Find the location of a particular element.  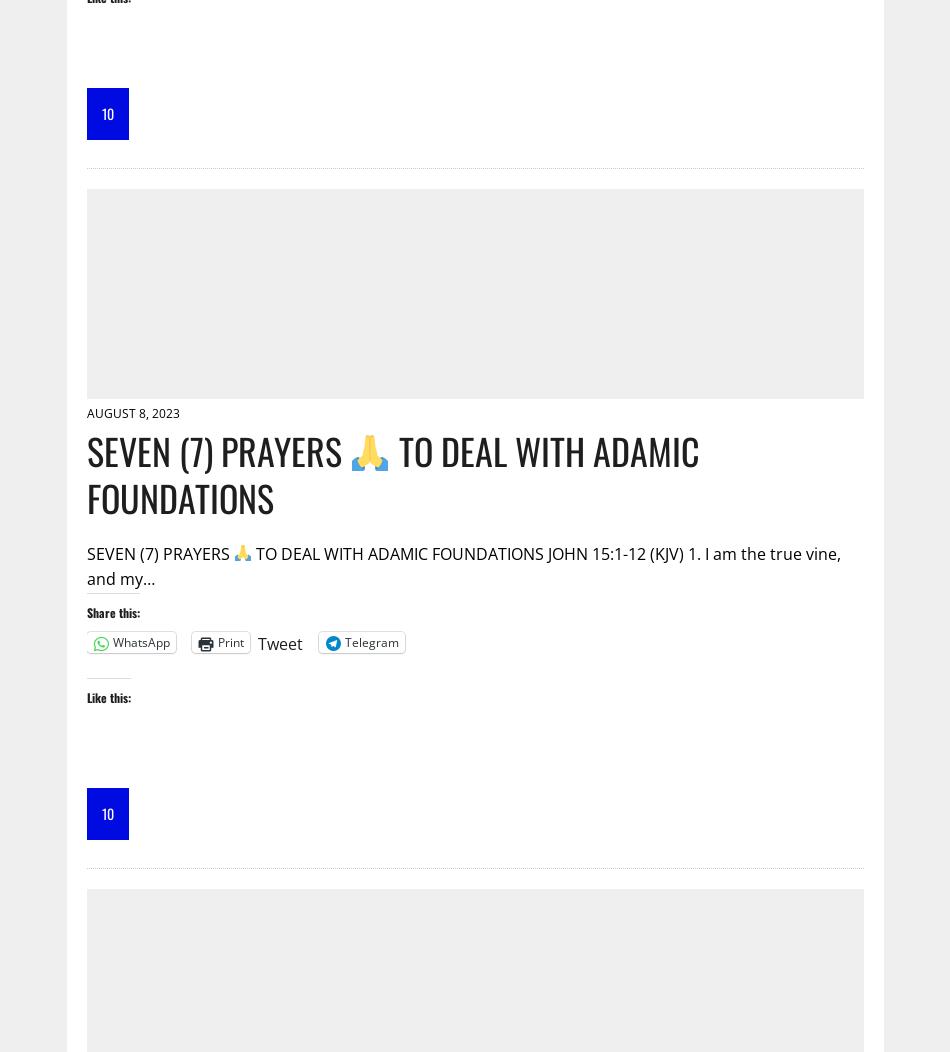

'Like this:' is located at coordinates (108, 696).